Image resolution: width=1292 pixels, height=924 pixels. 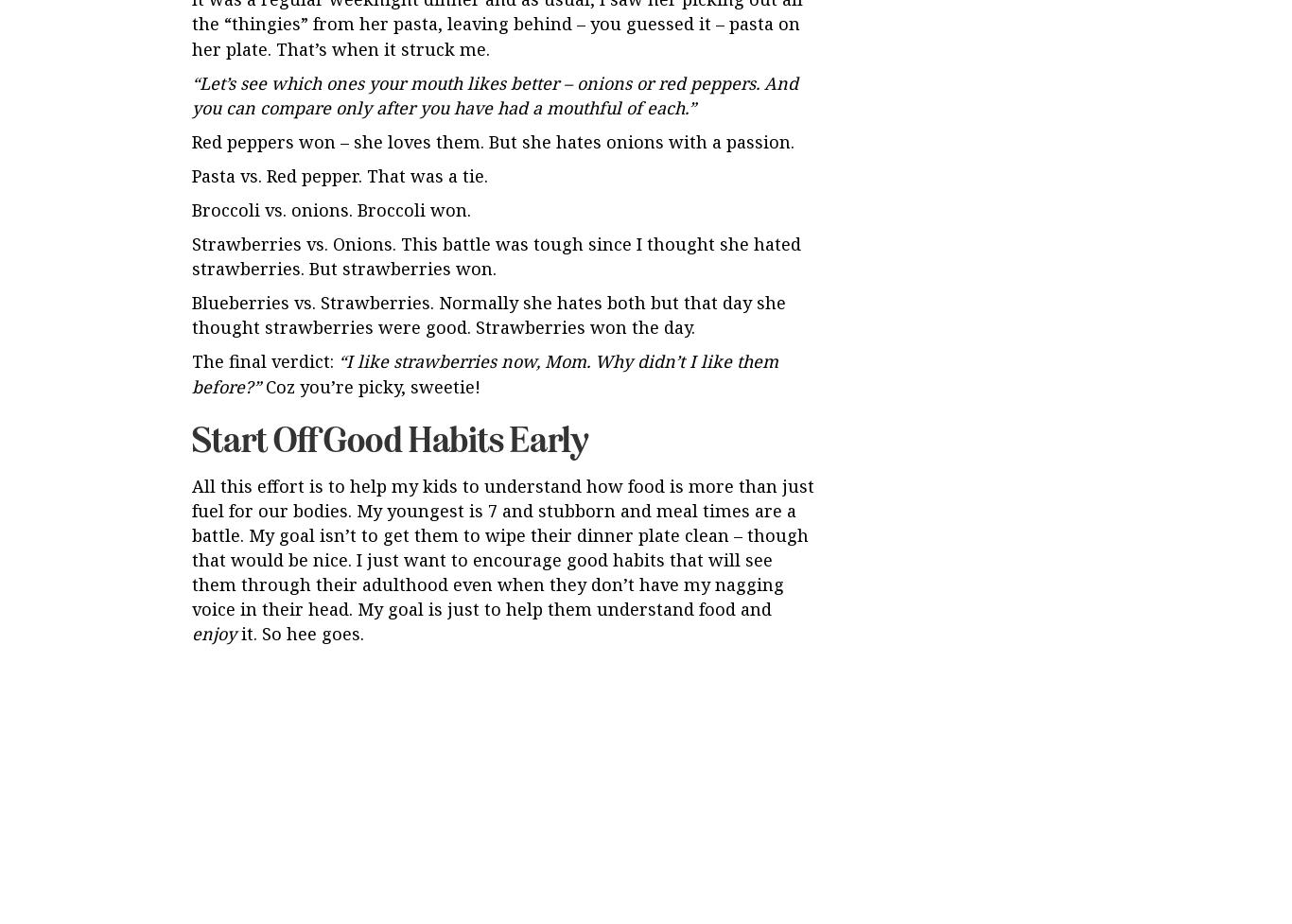 What do you see at coordinates (300, 634) in the screenshot?
I see `'it. So hee goes.'` at bounding box center [300, 634].